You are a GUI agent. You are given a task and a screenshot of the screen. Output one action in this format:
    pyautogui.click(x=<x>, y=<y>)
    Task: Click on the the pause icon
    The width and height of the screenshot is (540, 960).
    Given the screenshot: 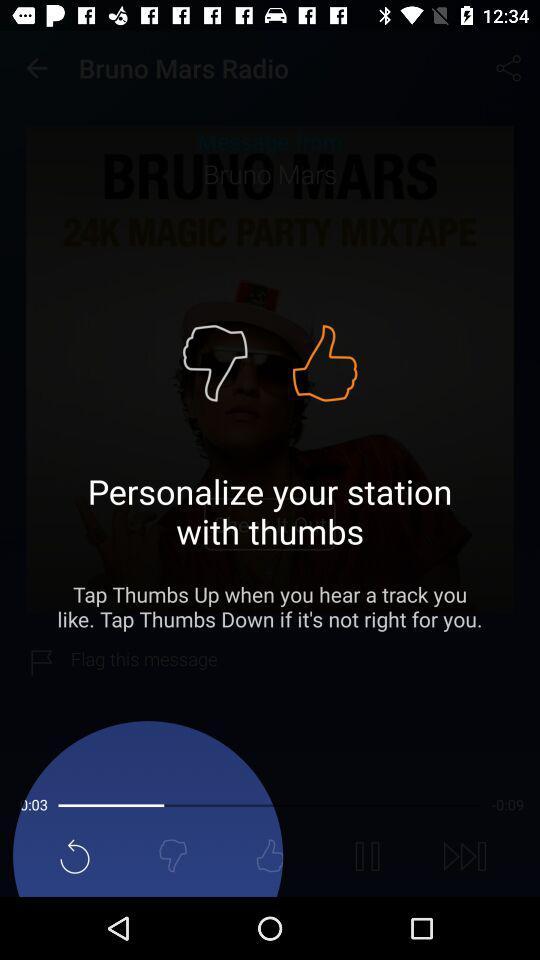 What is the action you would take?
    pyautogui.click(x=366, y=855)
    